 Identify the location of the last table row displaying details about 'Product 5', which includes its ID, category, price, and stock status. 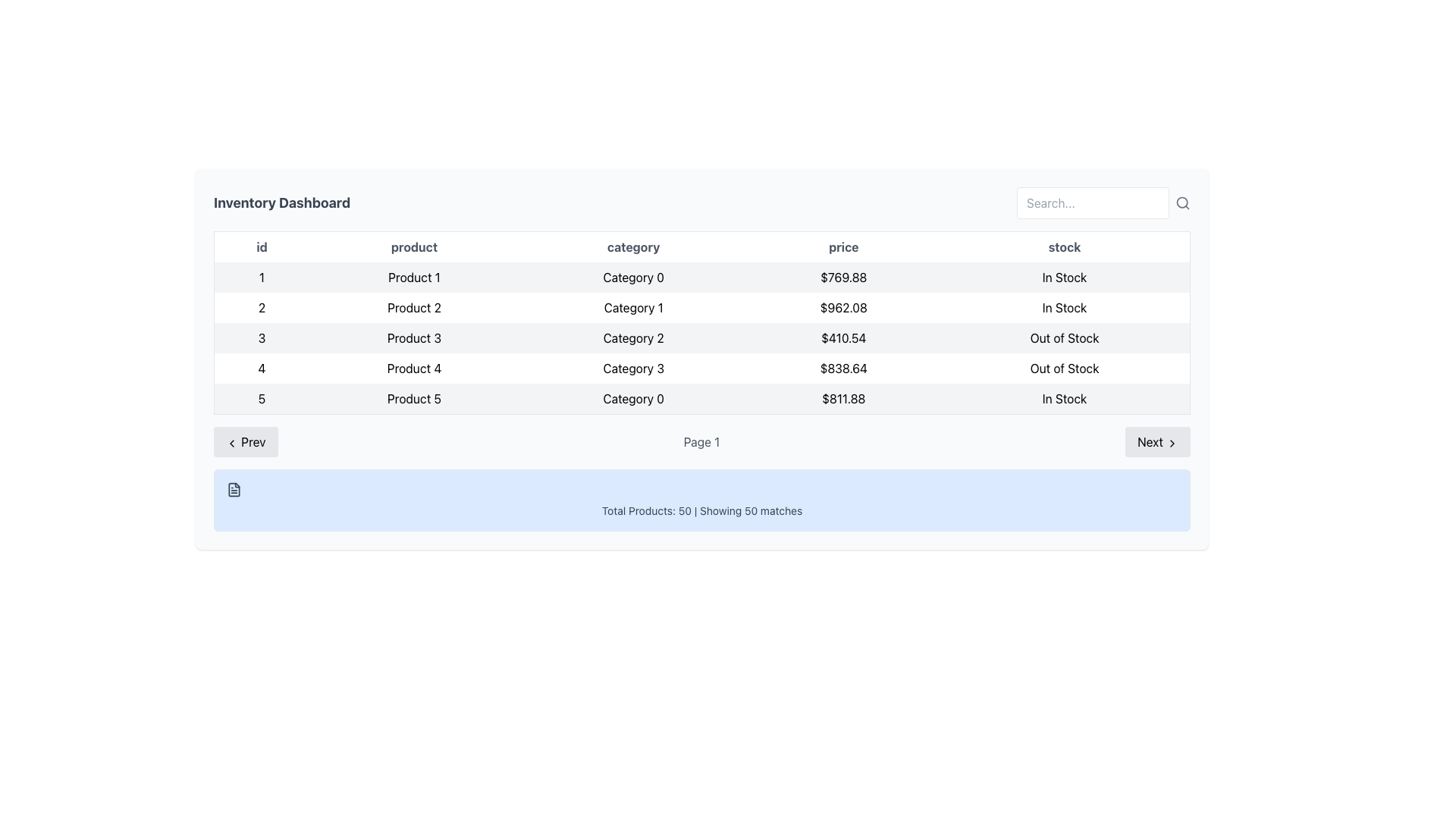
(701, 397).